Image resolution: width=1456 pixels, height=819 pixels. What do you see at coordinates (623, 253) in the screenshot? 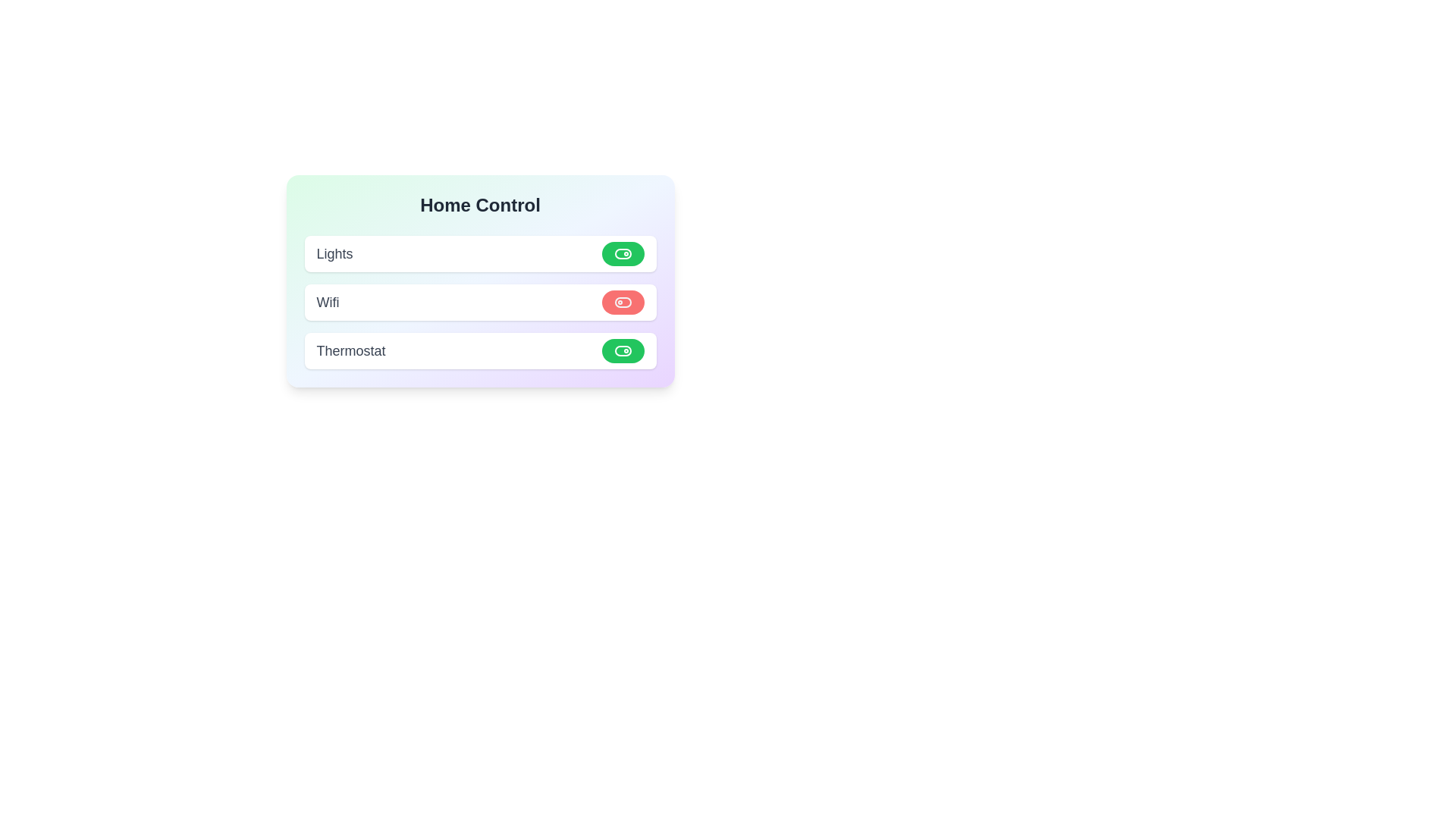
I see `the toggle switch located to the right of the word 'lights' to change its state` at bounding box center [623, 253].